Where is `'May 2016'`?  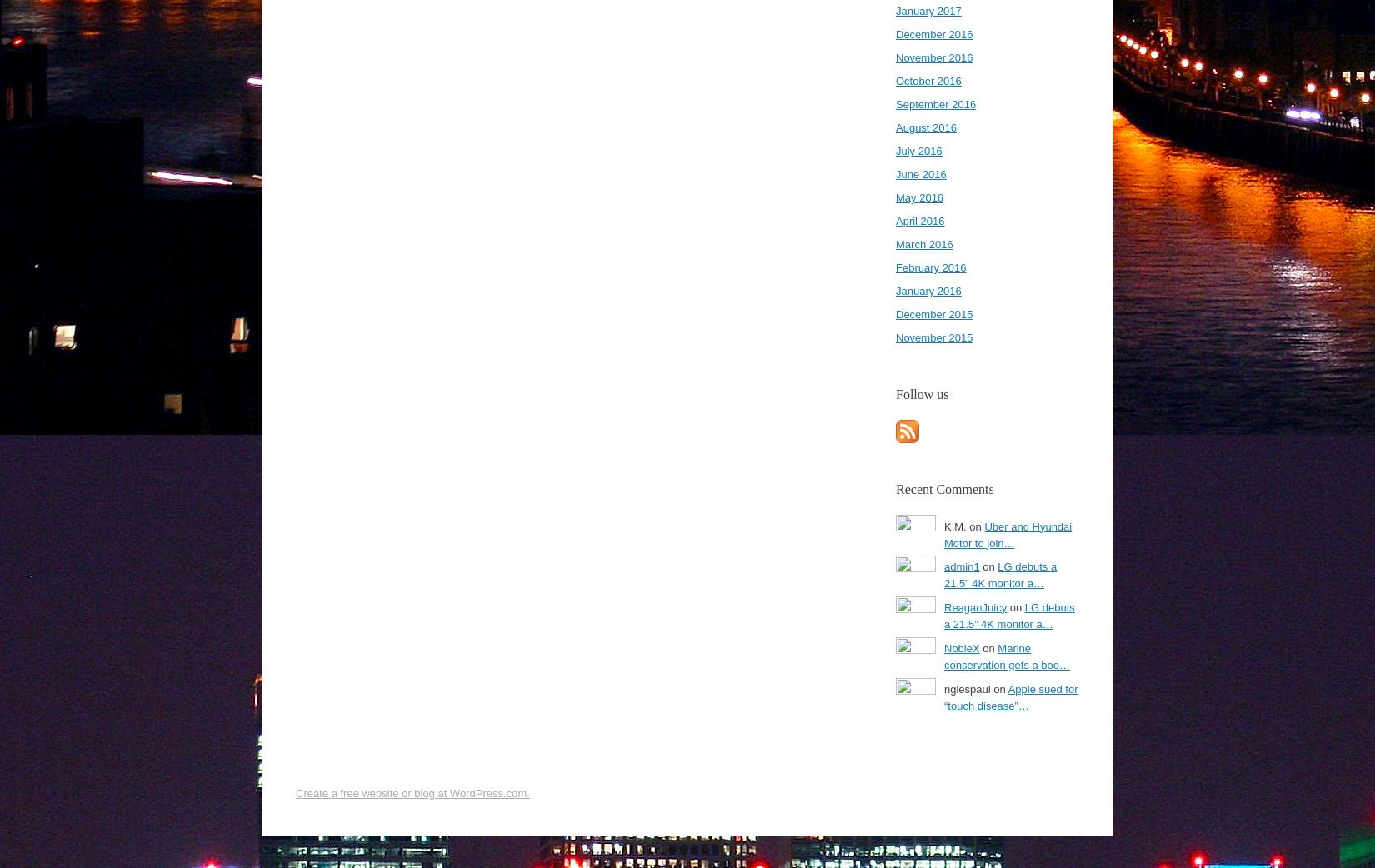
'May 2016' is located at coordinates (895, 197).